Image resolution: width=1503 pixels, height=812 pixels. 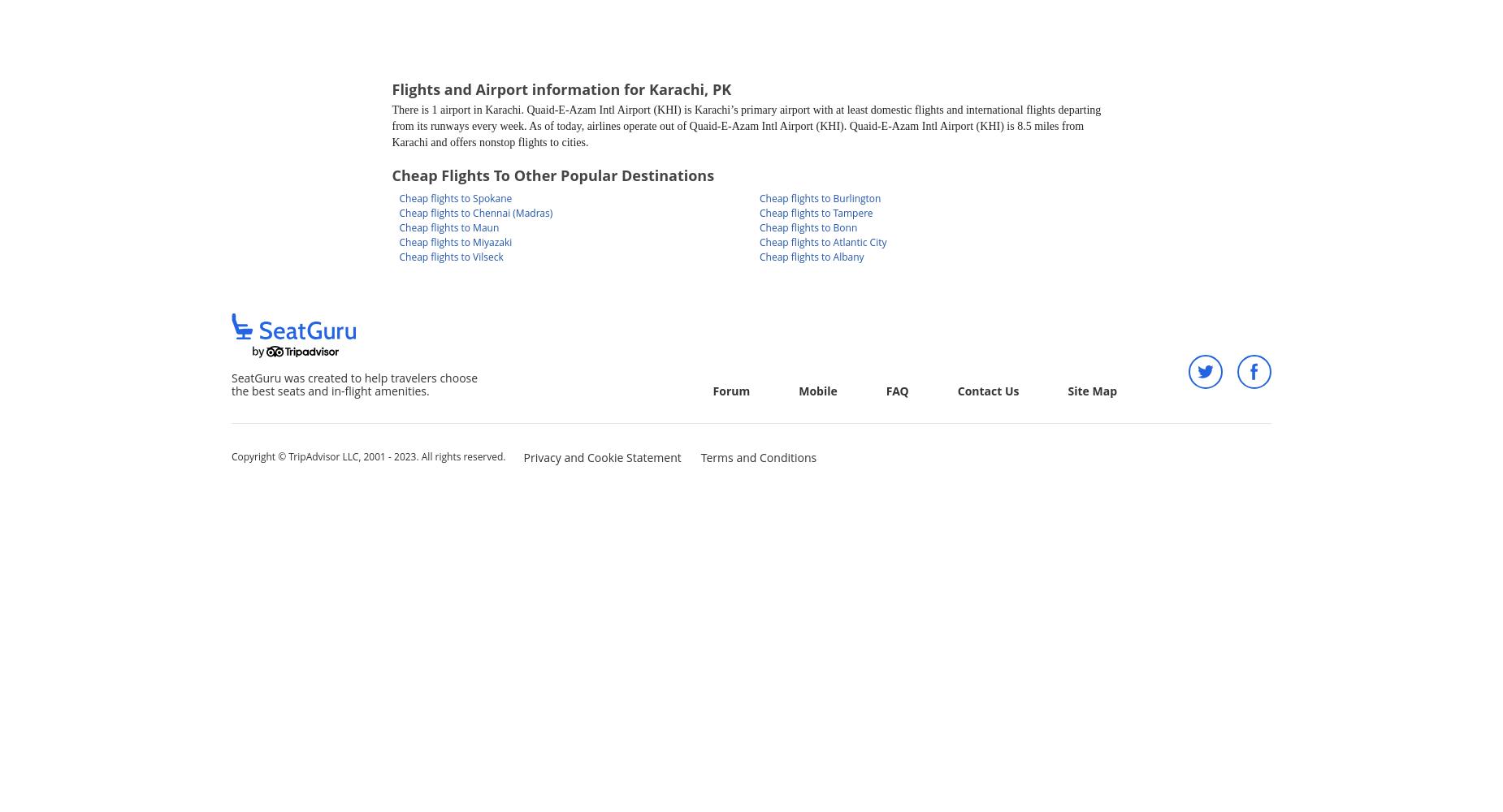 I want to click on 'Forum', so click(x=731, y=390).